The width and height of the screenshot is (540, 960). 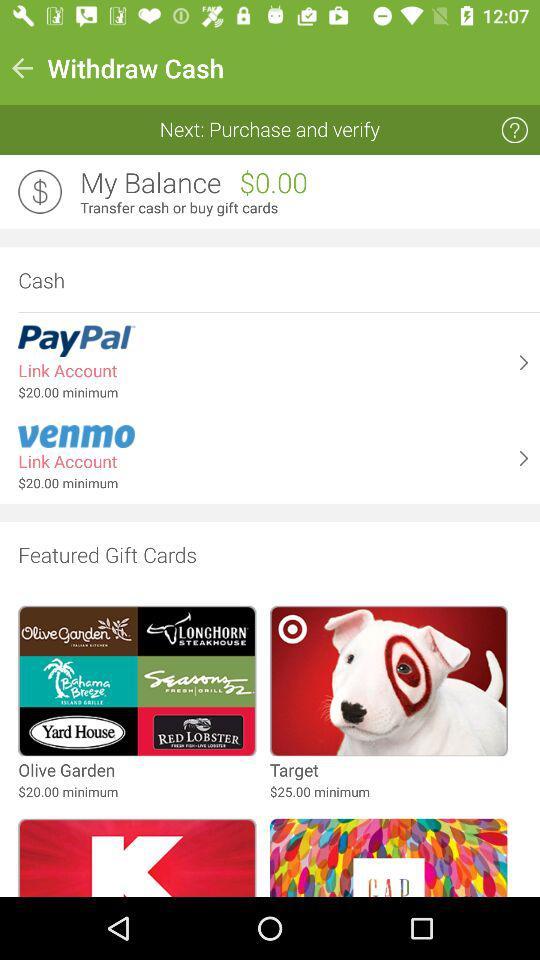 What do you see at coordinates (149, 183) in the screenshot?
I see `icon to the left of the $0.00 item` at bounding box center [149, 183].